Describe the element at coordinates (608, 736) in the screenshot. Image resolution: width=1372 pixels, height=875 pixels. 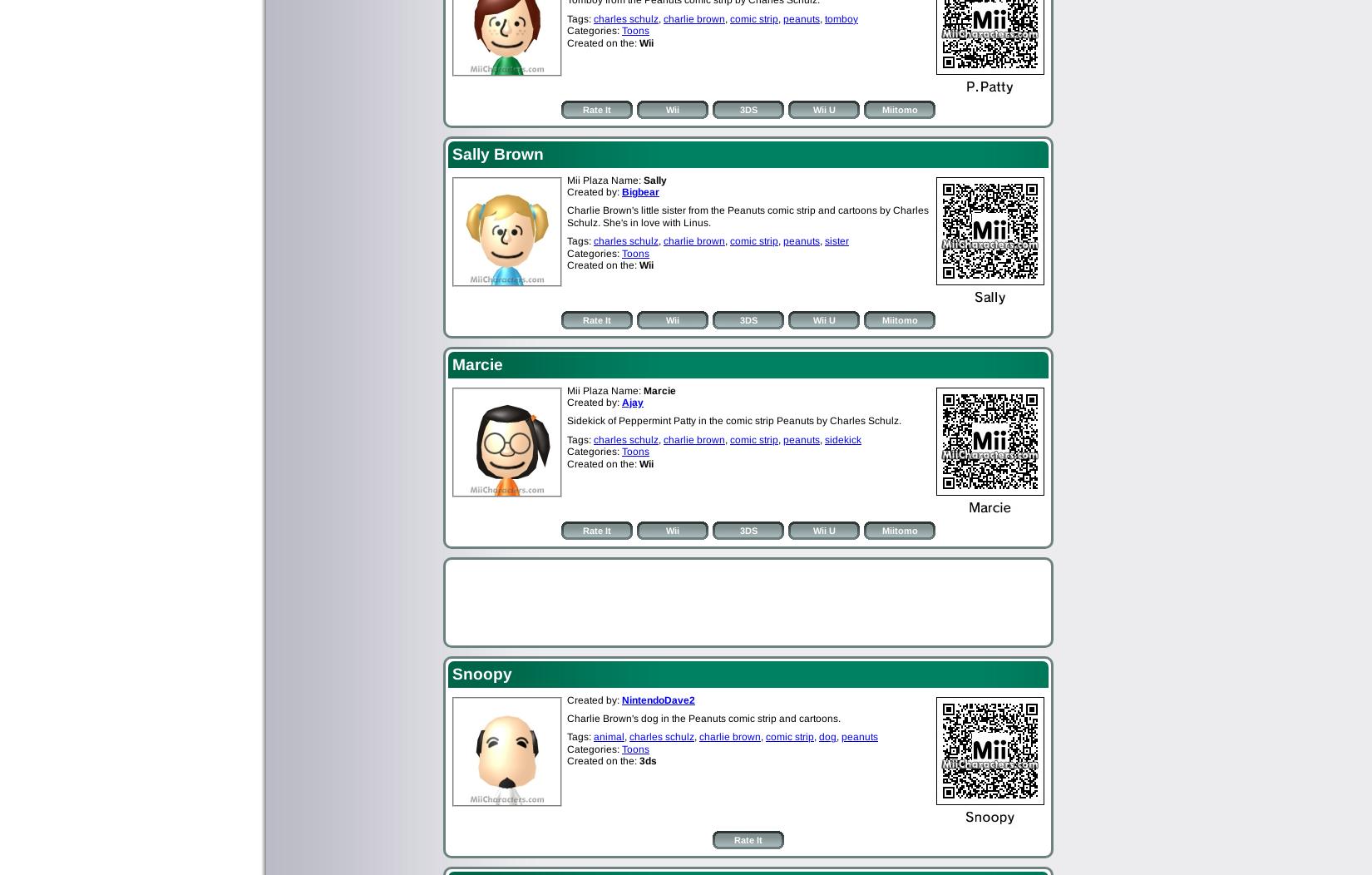
I see `'animal'` at that location.